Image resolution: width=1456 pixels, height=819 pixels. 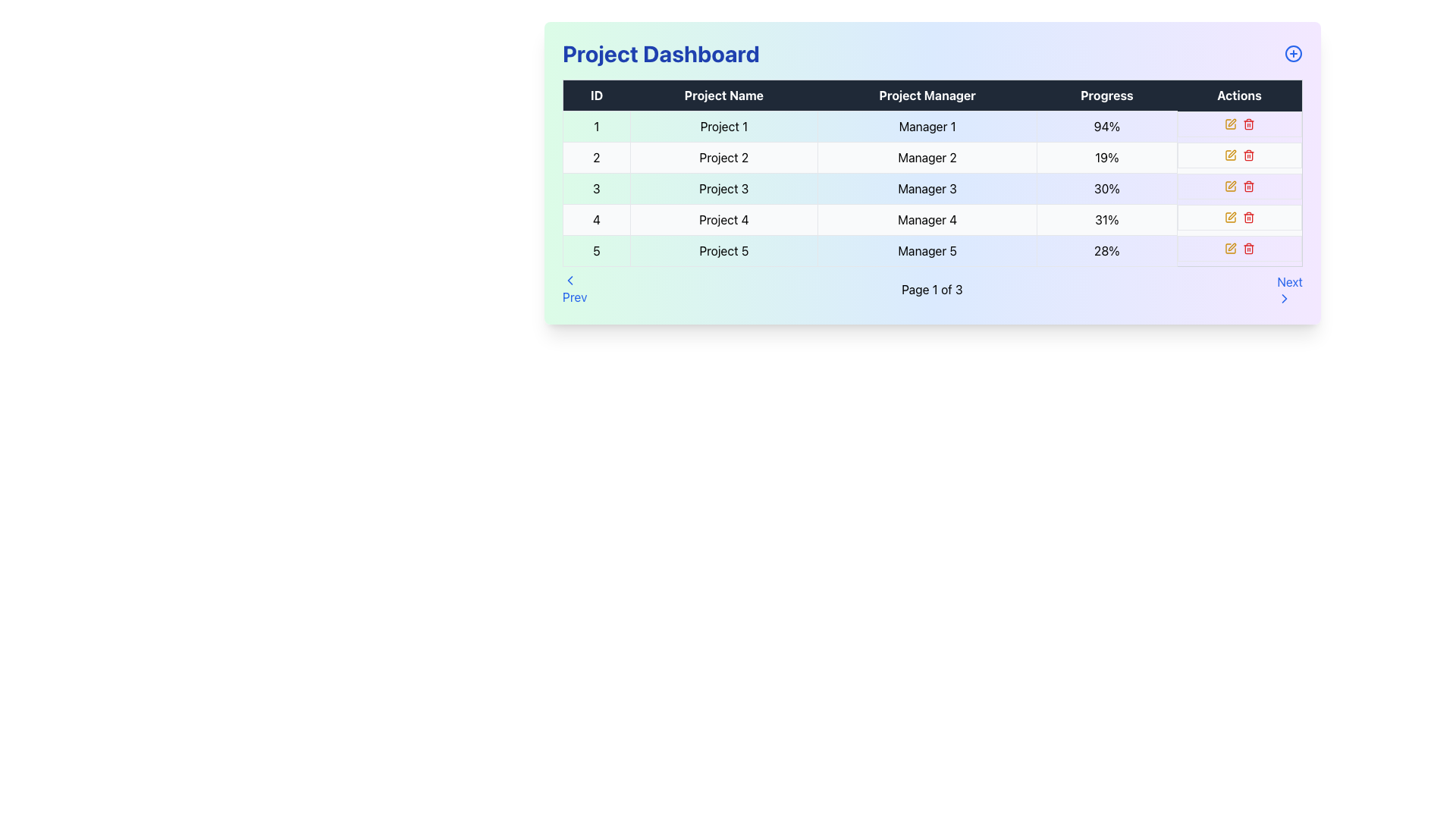 I want to click on the Table Header that denotes the column displaying project managers, which is the third header following 'ID' and 'Project Name', so click(x=927, y=96).